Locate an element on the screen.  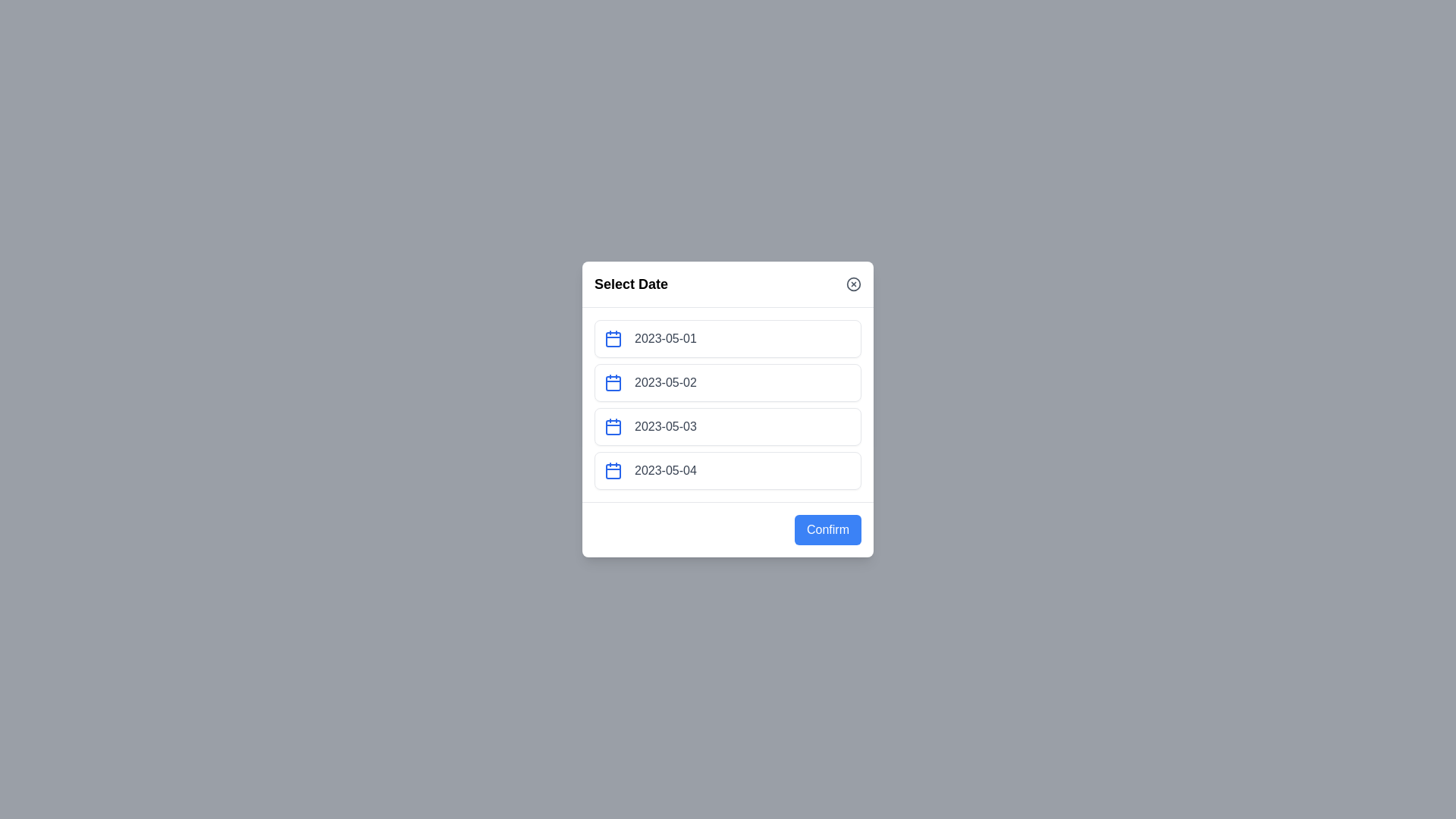
the calendar icon next to the date 2023-05-01 is located at coordinates (613, 338).